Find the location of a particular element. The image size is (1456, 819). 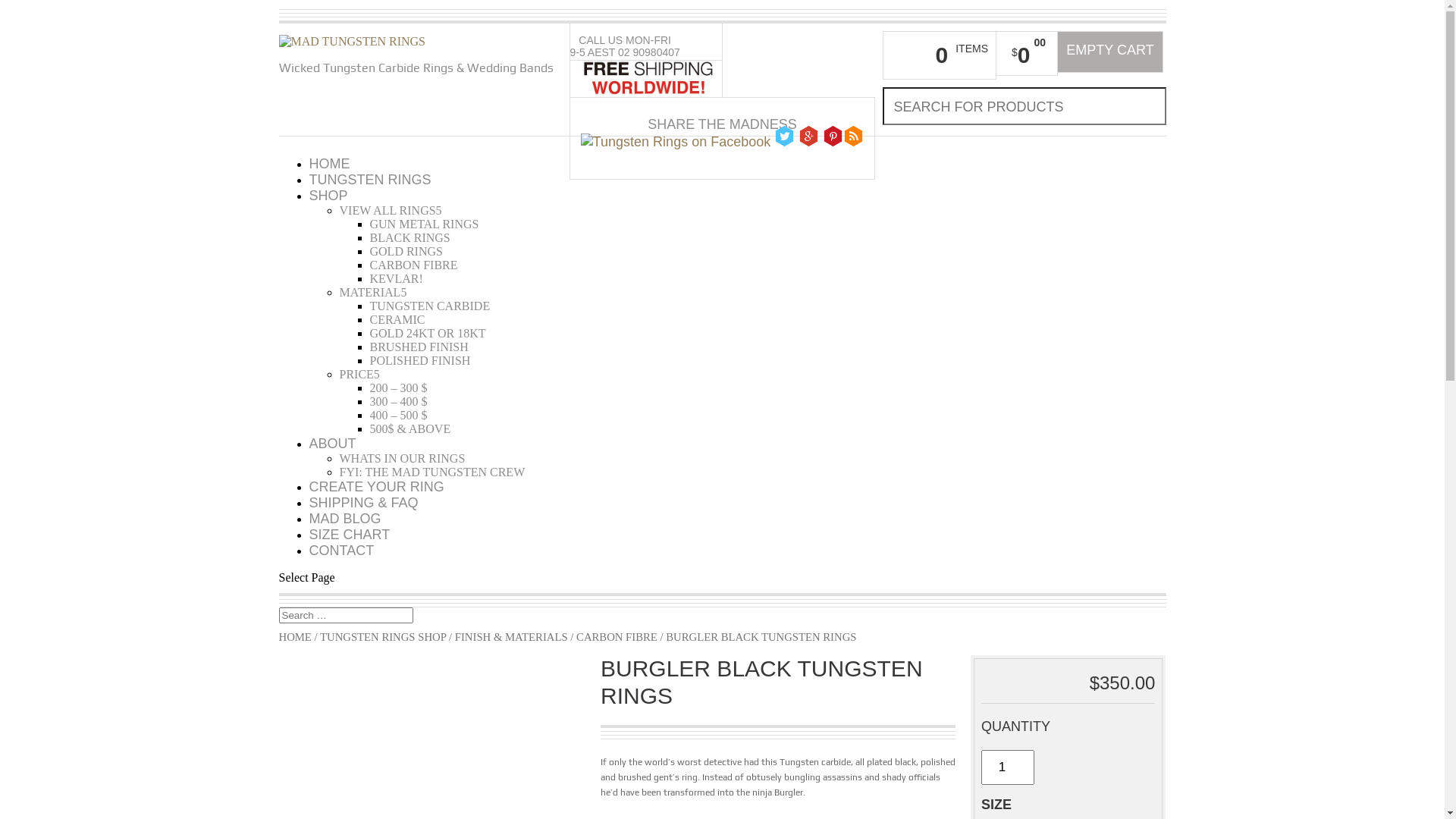

'SHOP' is located at coordinates (328, 195).